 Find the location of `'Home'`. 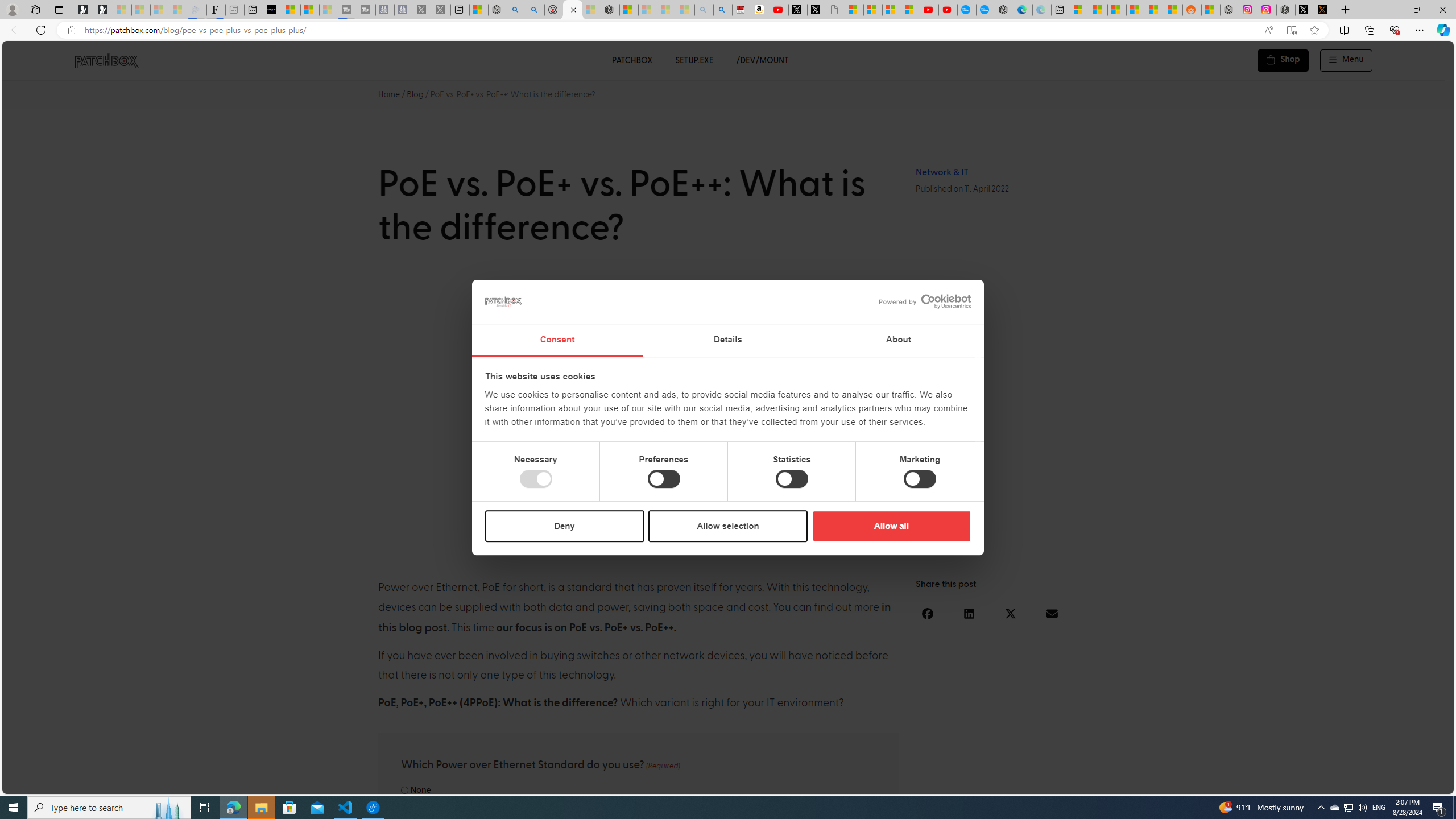

'Home' is located at coordinates (389, 94).